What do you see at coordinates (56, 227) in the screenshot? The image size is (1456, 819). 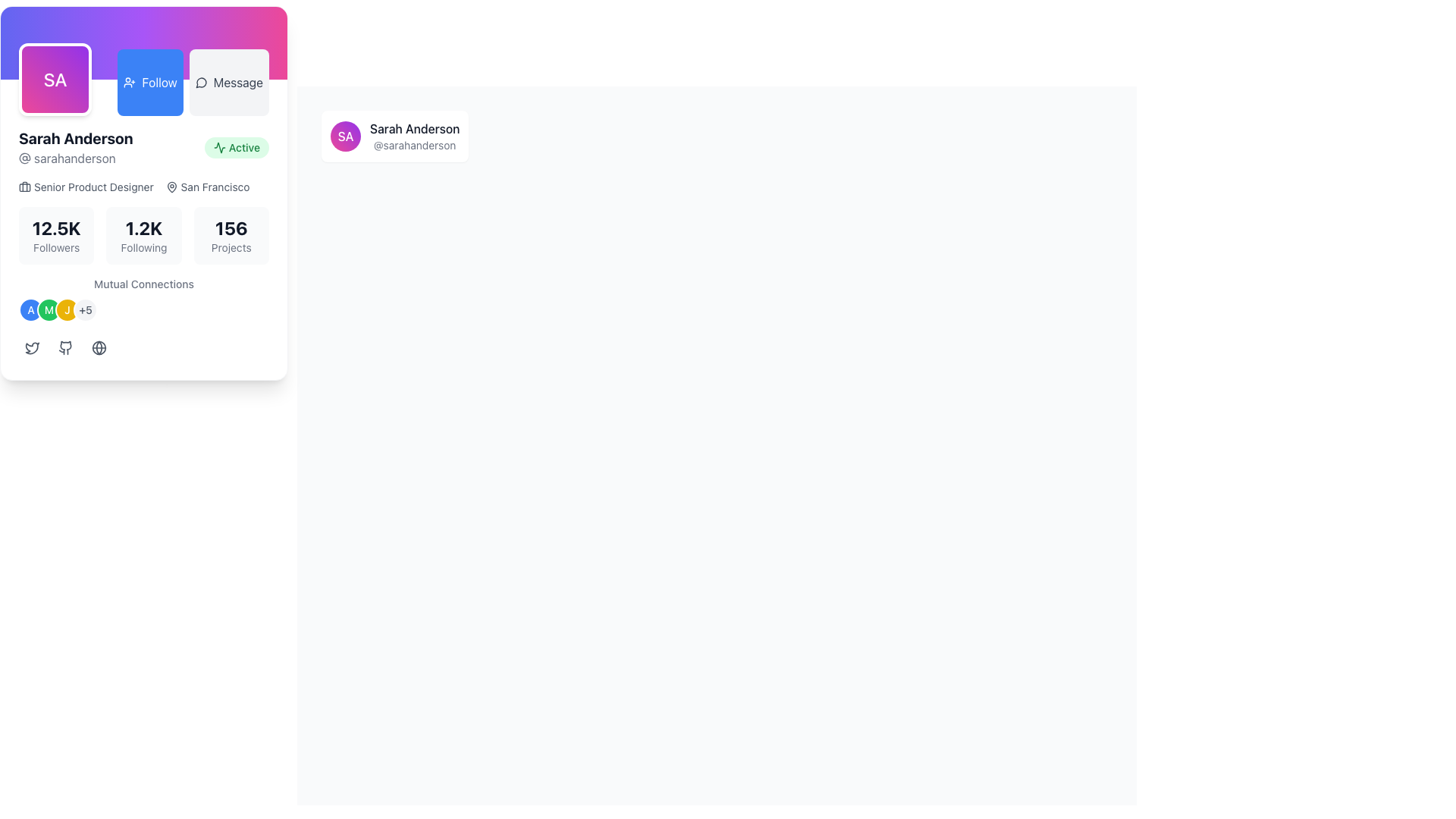 I see `the text label displaying '12.5K' in the 'Followers' section of the profile card, which is bold and large in dark gray or black color` at bounding box center [56, 227].